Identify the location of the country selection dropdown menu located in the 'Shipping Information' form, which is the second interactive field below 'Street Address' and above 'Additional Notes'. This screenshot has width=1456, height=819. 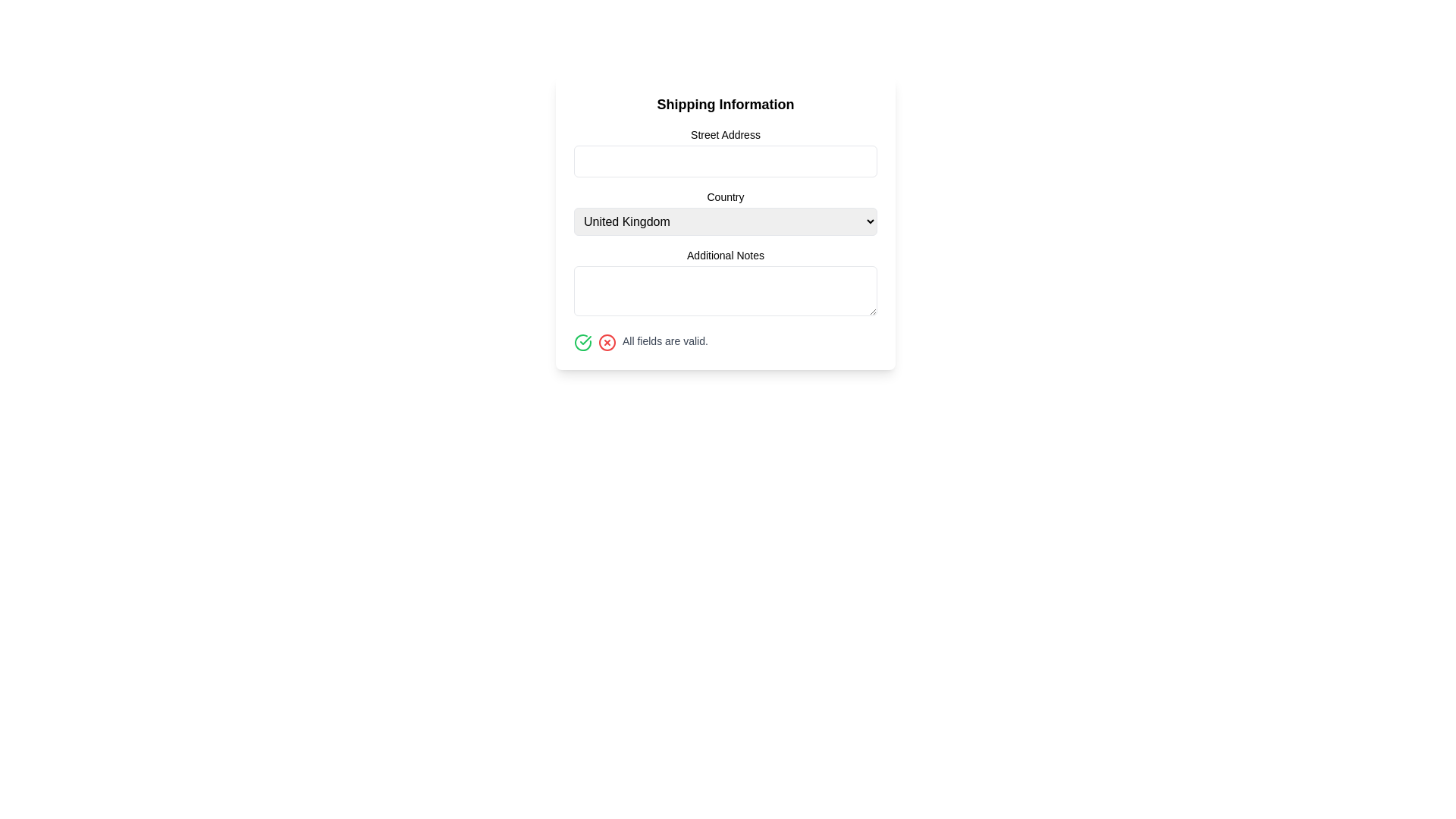
(724, 222).